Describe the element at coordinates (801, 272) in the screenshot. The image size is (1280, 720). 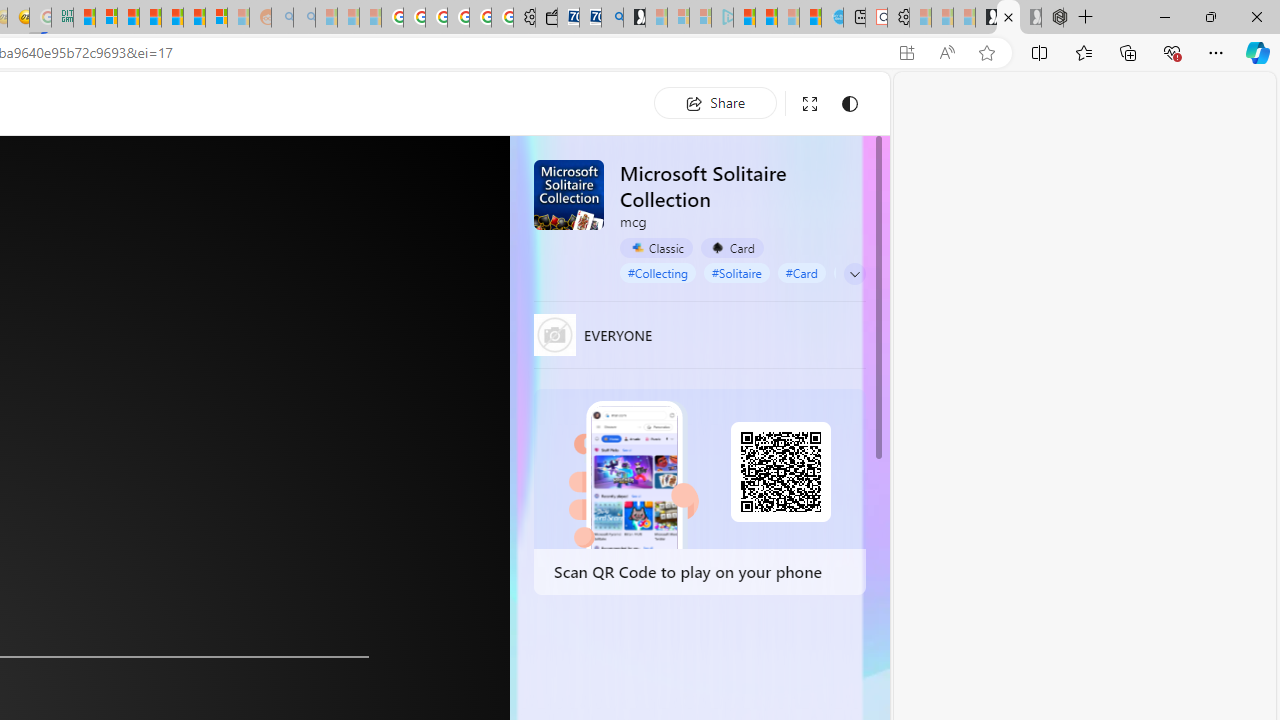
I see `'#Card'` at that location.